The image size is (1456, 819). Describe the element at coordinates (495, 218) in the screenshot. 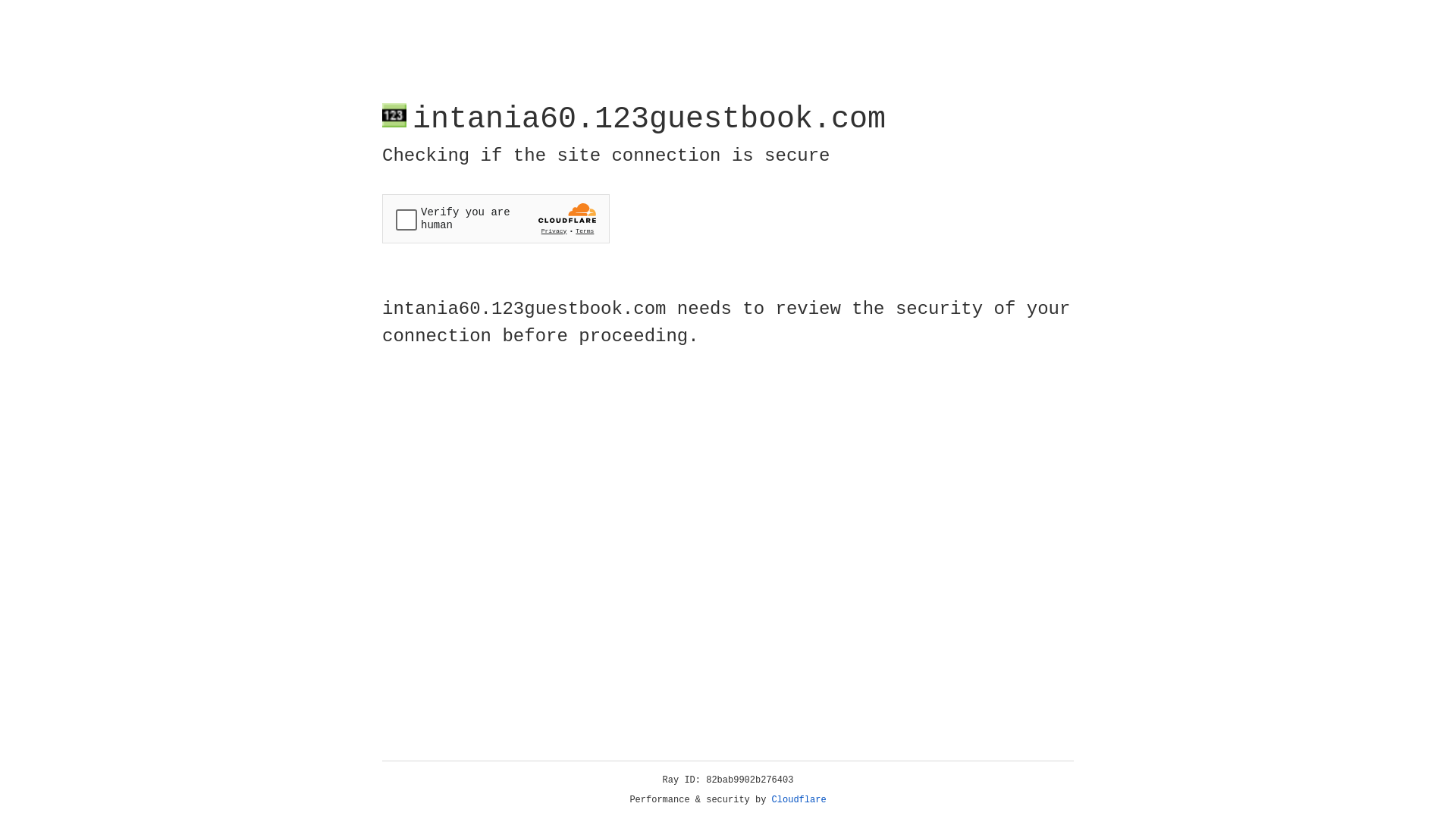

I see `'Widget containing a Cloudflare security challenge'` at that location.